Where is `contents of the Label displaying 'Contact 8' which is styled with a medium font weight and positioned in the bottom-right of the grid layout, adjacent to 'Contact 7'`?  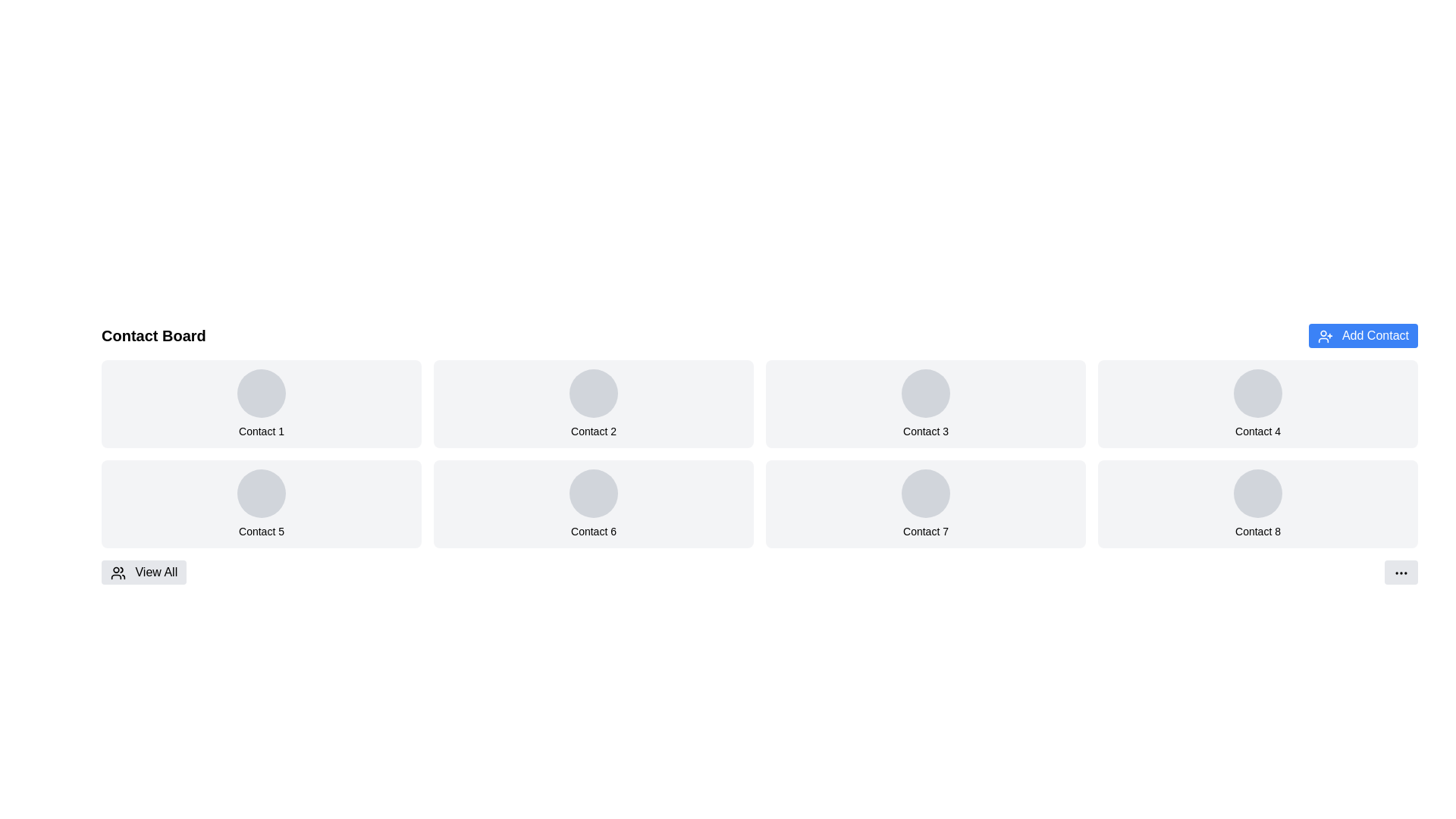
contents of the Label displaying 'Contact 8' which is styled with a medium font weight and positioned in the bottom-right of the grid layout, adjacent to 'Contact 7' is located at coordinates (1258, 531).